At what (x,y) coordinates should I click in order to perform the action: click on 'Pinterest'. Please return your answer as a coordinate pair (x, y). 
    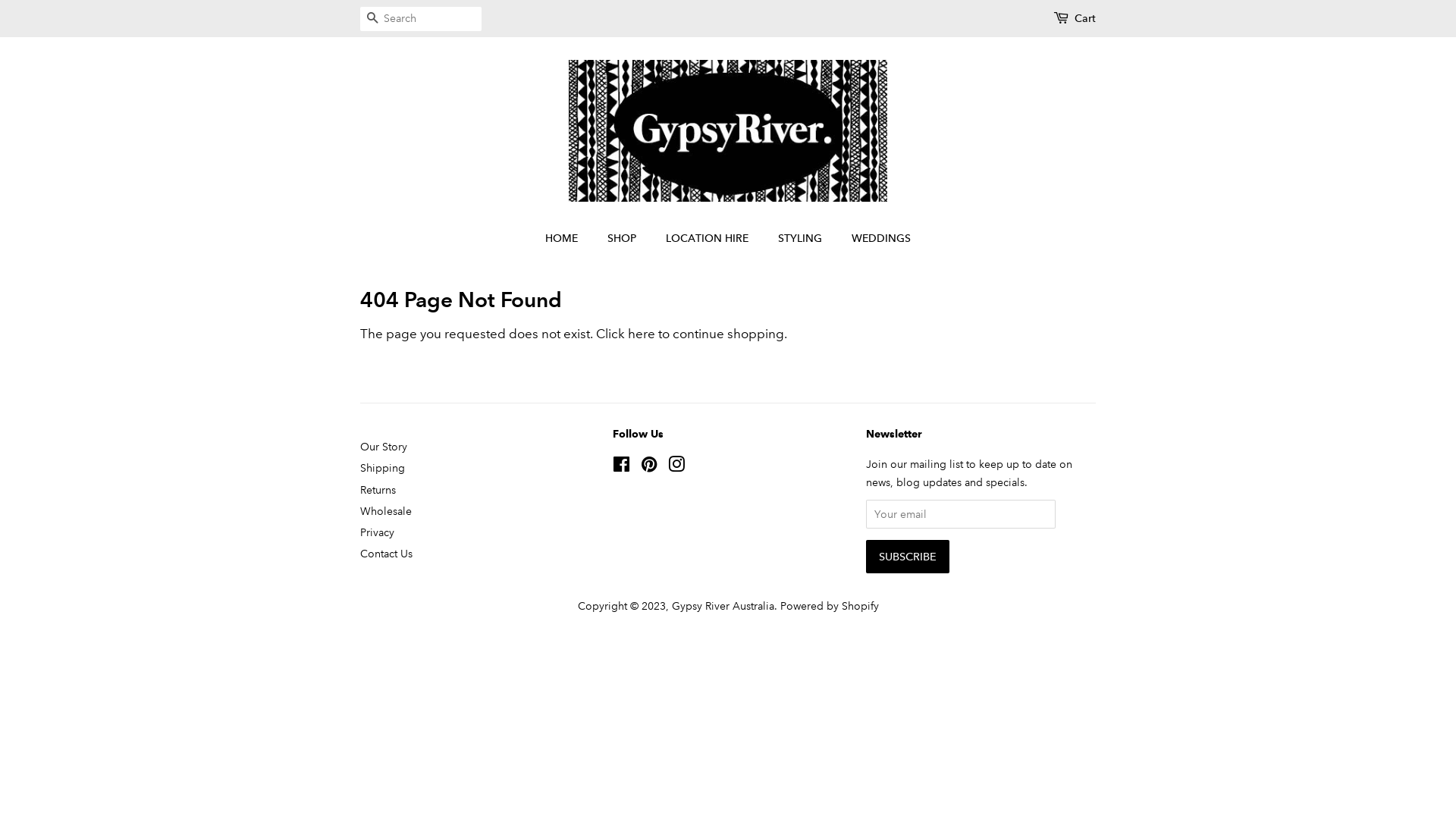
    Looking at the image, I should click on (648, 466).